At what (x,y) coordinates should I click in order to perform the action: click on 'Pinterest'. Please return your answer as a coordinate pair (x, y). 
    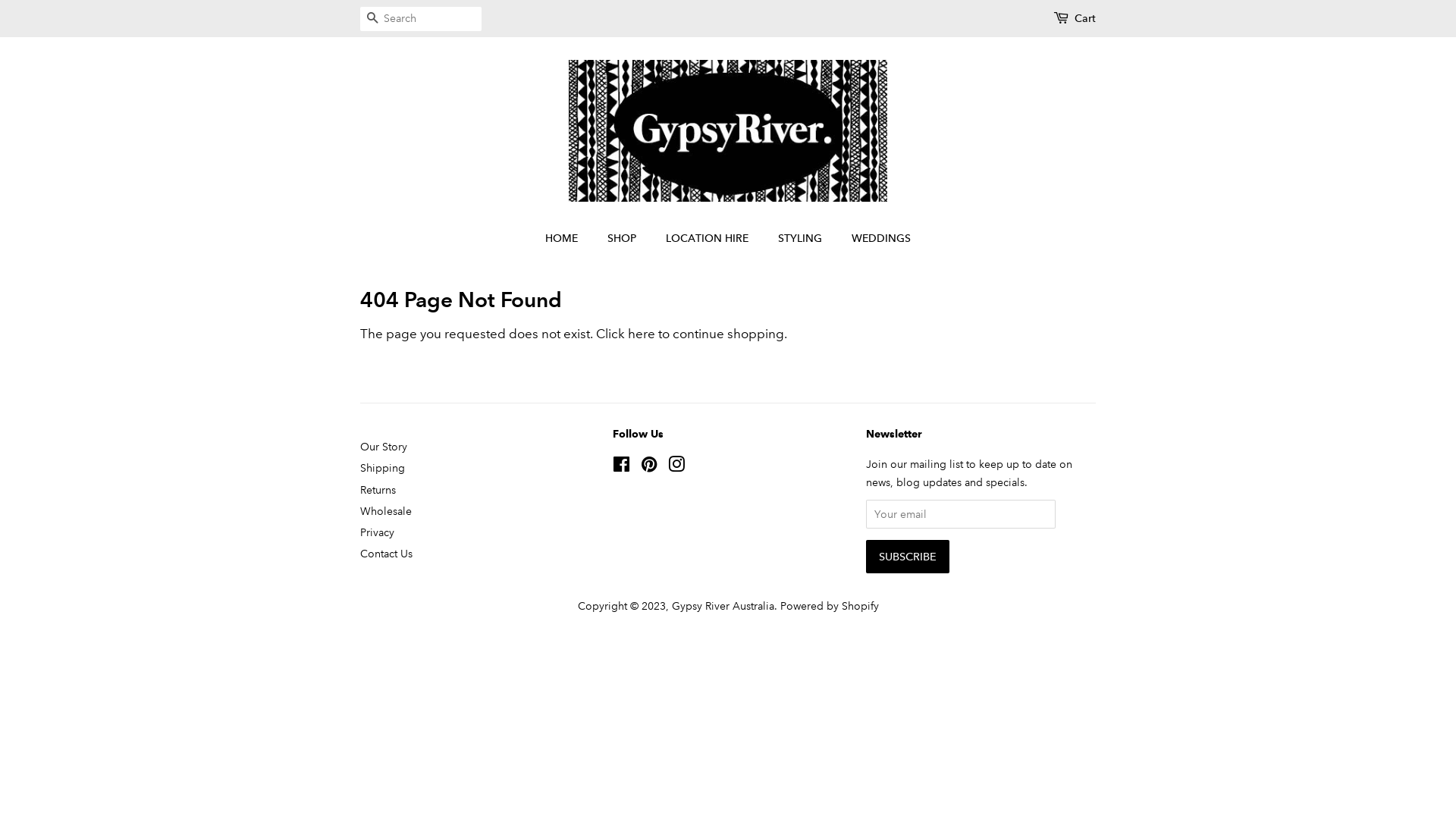
    Looking at the image, I should click on (648, 466).